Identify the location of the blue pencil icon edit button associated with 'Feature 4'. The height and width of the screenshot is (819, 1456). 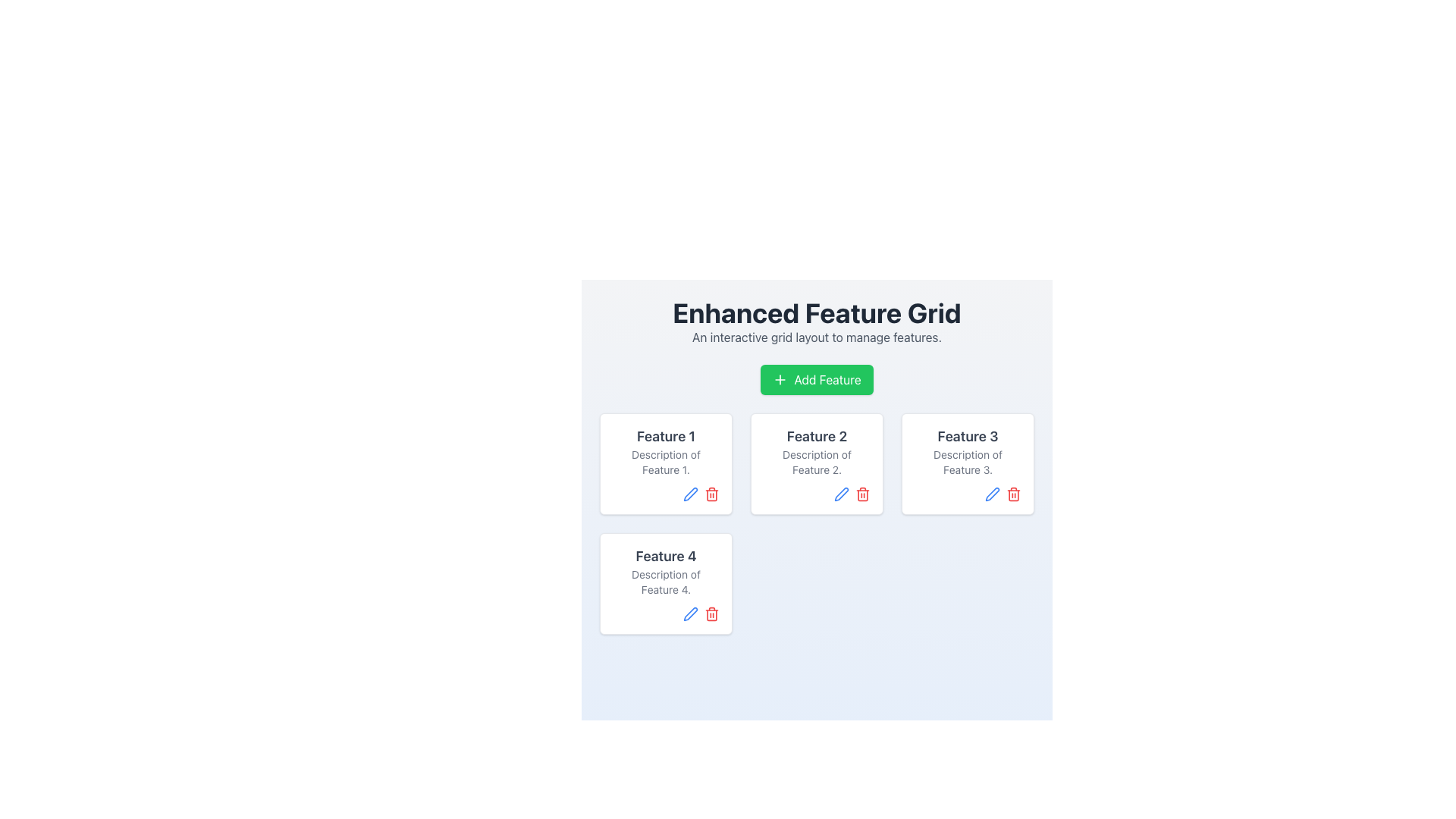
(690, 494).